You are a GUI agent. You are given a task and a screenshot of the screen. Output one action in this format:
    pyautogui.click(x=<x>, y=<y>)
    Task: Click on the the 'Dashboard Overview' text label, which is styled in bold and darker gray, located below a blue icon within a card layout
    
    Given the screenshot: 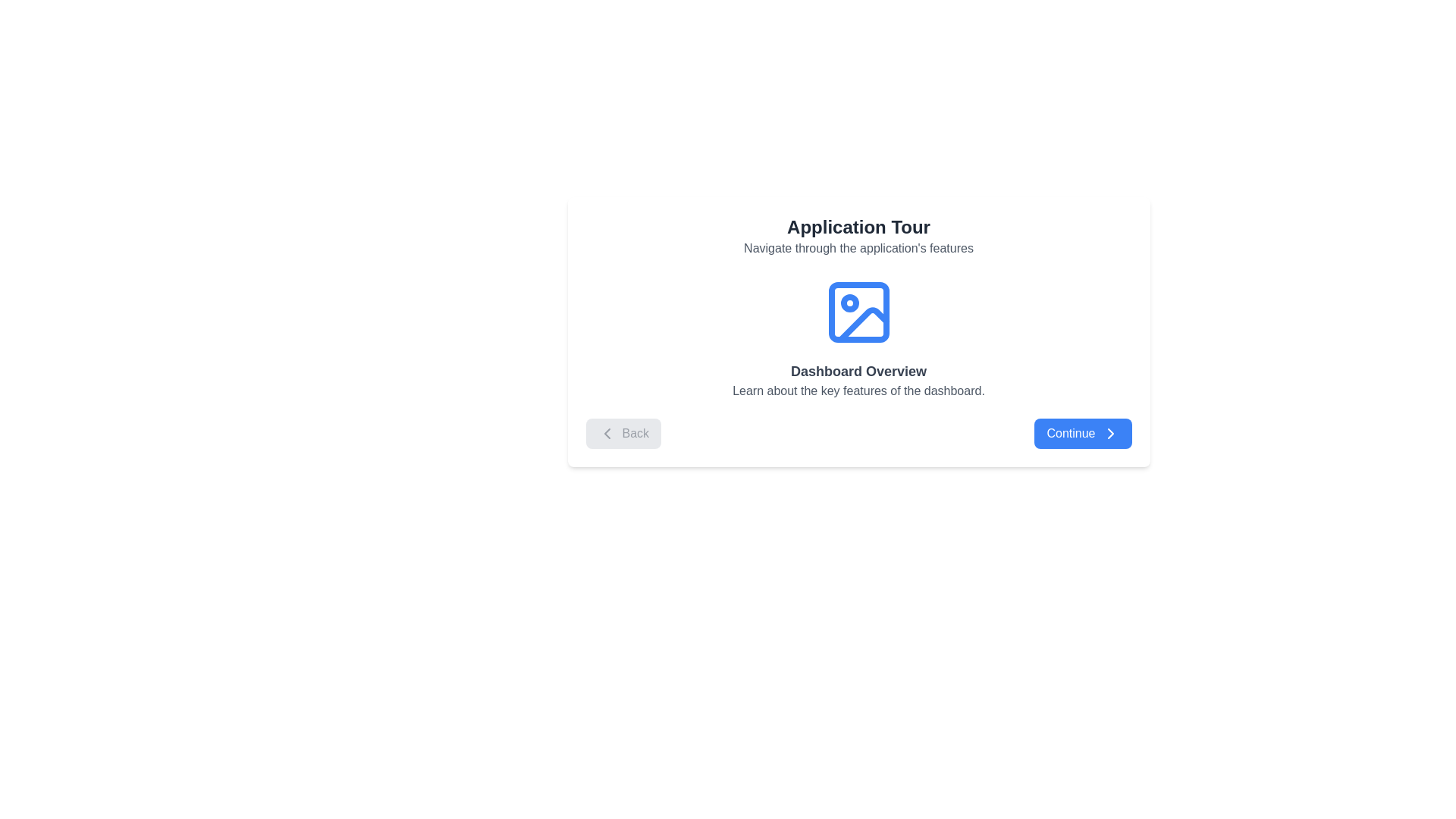 What is the action you would take?
    pyautogui.click(x=858, y=371)
    